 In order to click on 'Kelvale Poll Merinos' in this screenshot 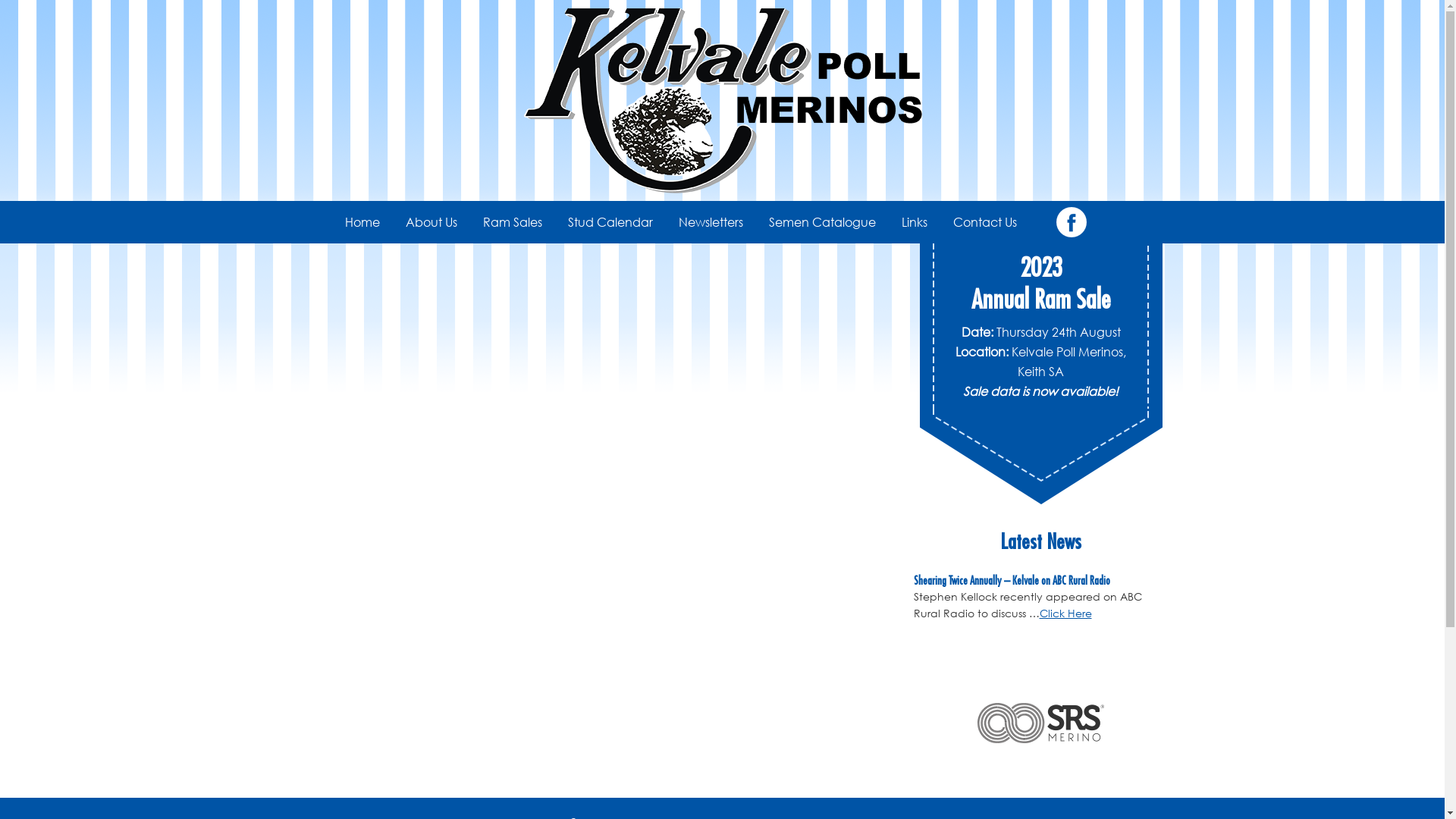, I will do `click(720, 100)`.